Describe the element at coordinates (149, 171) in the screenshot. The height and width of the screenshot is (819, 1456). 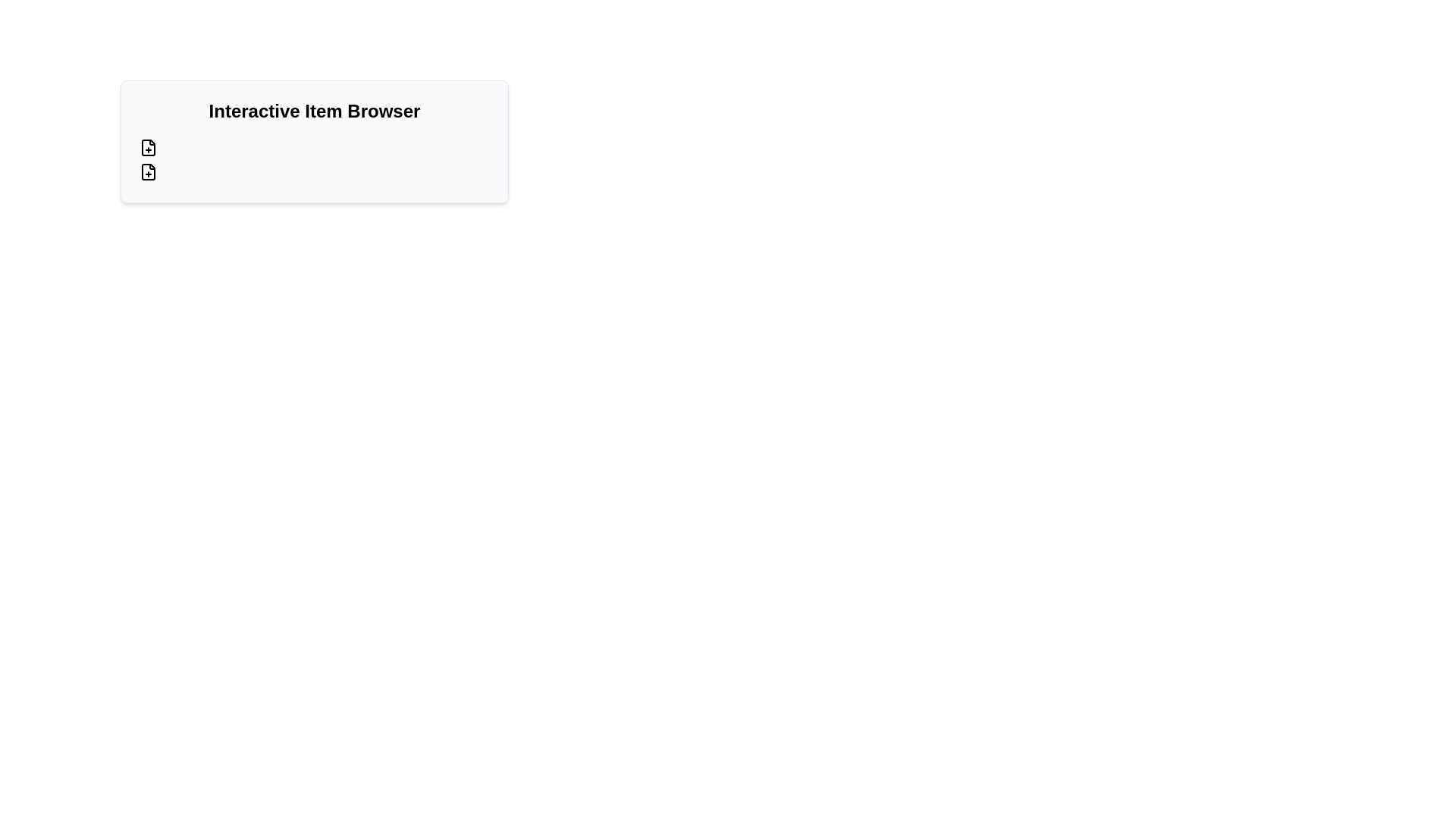
I see `the core rectangular file shape within the SVG component of the second button under the heading 'Interactive Item Browser'` at that location.